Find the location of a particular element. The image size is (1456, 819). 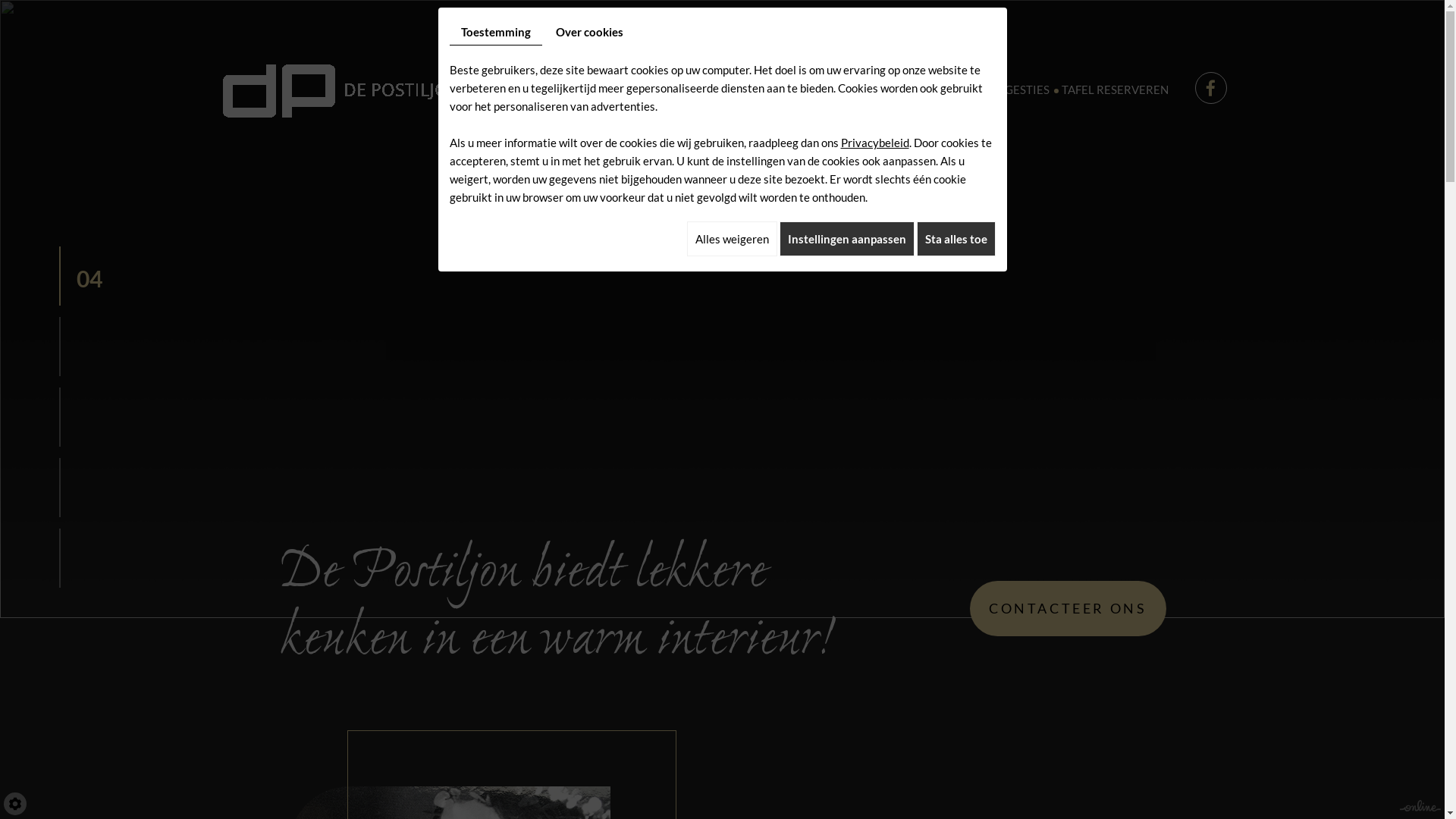

'Over cookies' is located at coordinates (544, 32).